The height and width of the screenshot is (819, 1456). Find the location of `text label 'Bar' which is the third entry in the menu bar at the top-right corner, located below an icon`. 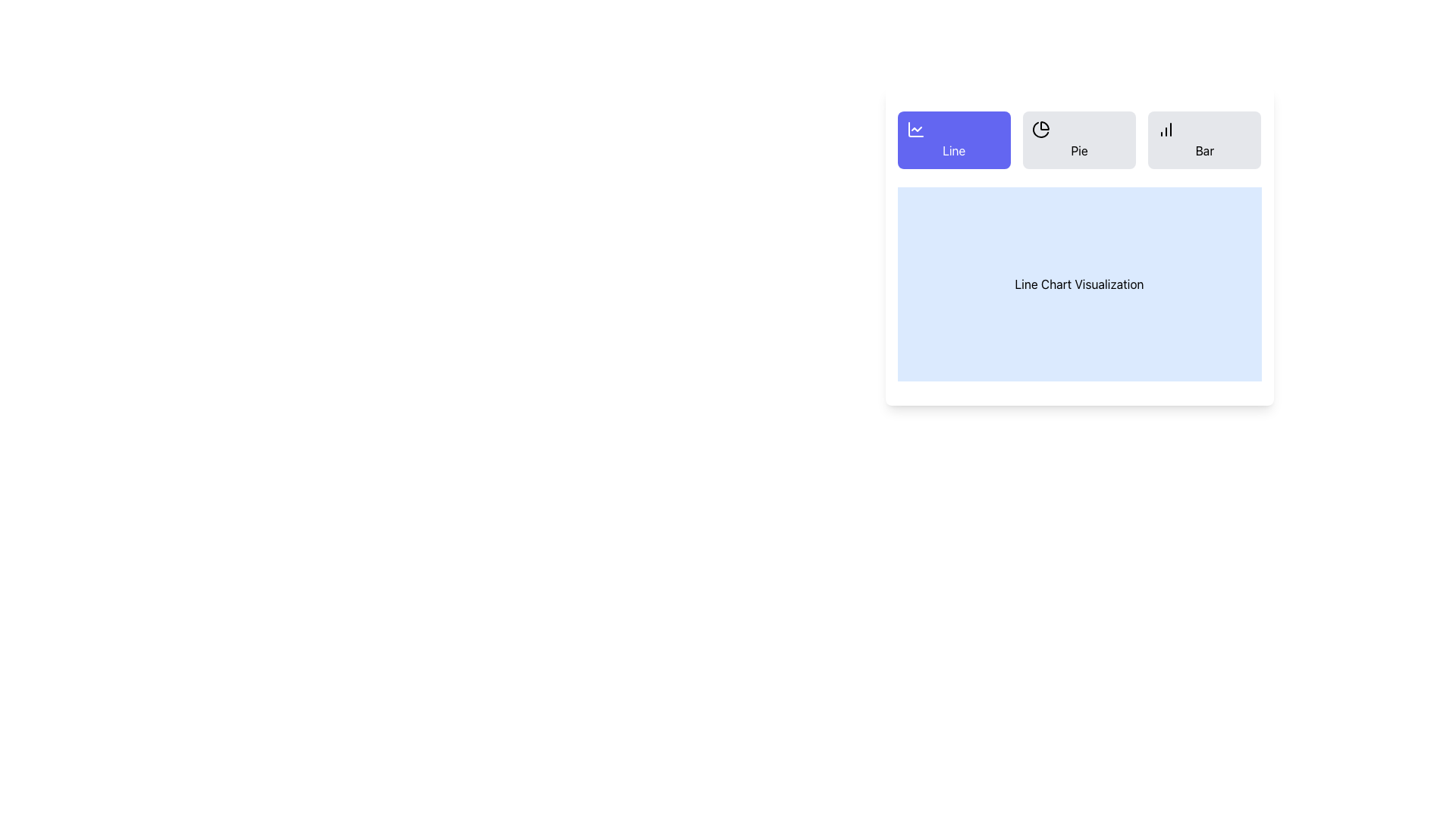

text label 'Bar' which is the third entry in the menu bar at the top-right corner, located below an icon is located at coordinates (1203, 151).